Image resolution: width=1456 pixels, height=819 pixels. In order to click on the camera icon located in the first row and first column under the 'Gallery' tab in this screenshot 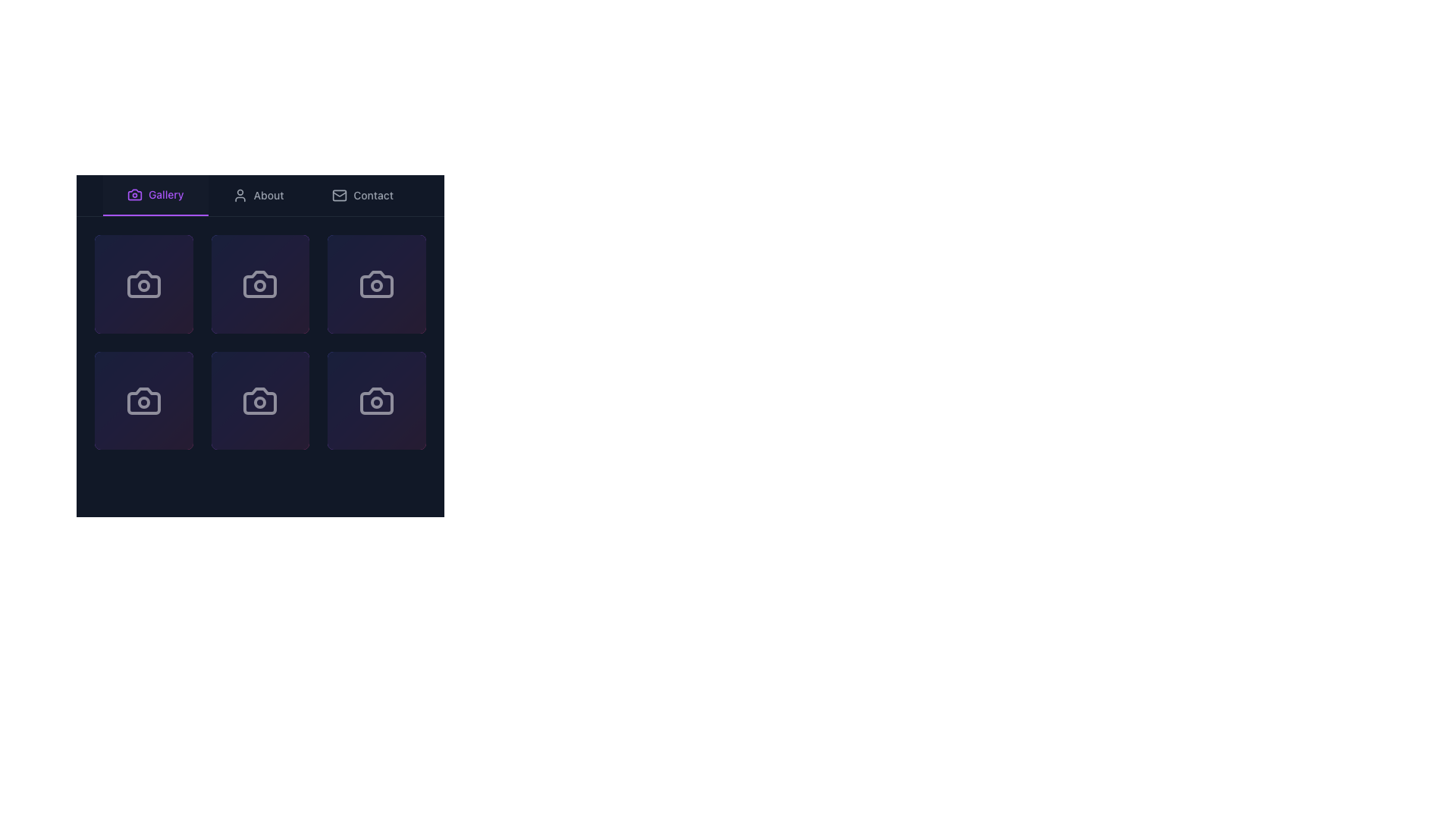, I will do `click(143, 284)`.